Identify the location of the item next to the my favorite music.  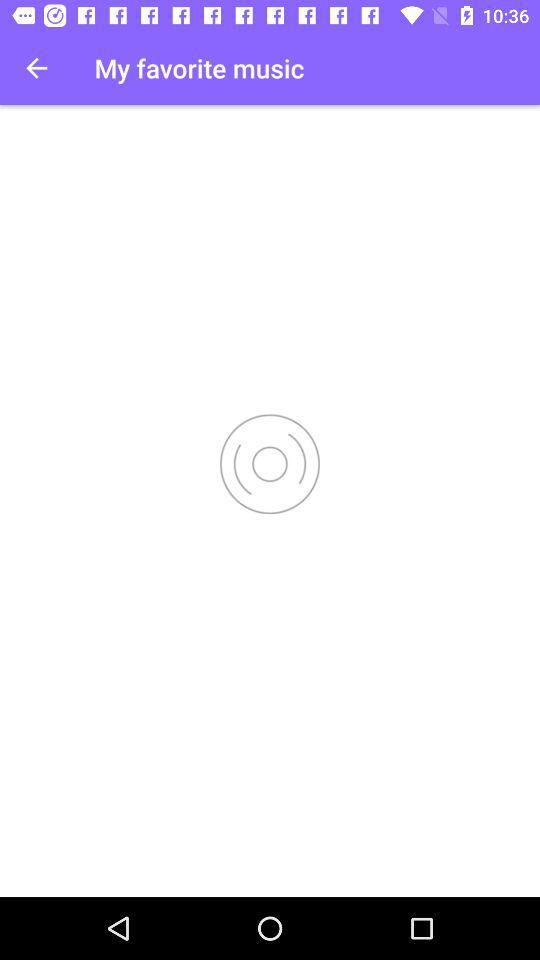
(36, 68).